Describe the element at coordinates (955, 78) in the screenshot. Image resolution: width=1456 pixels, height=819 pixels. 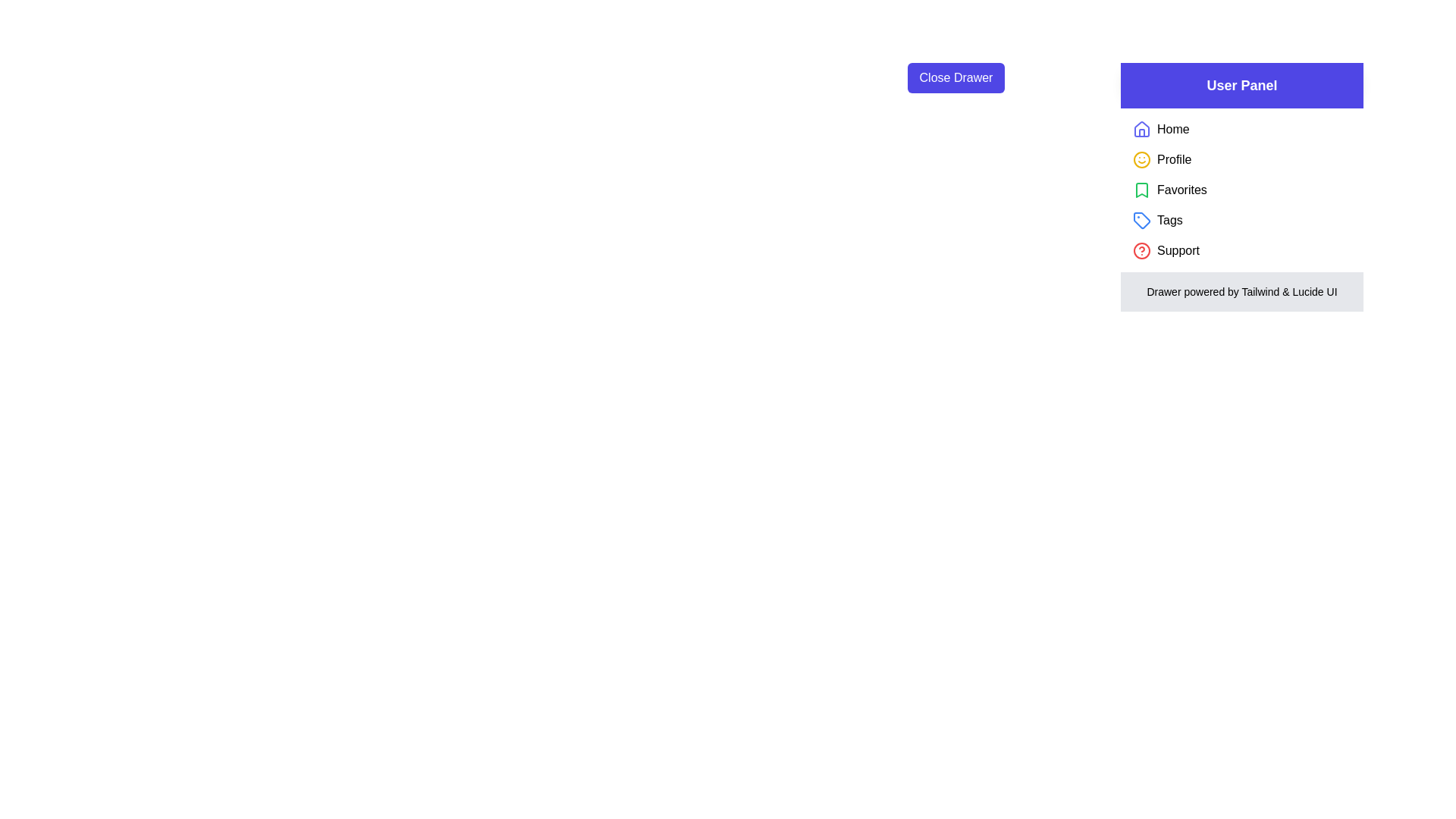
I see `the 'Close Drawer' button to toggle the drawer visibility` at that location.